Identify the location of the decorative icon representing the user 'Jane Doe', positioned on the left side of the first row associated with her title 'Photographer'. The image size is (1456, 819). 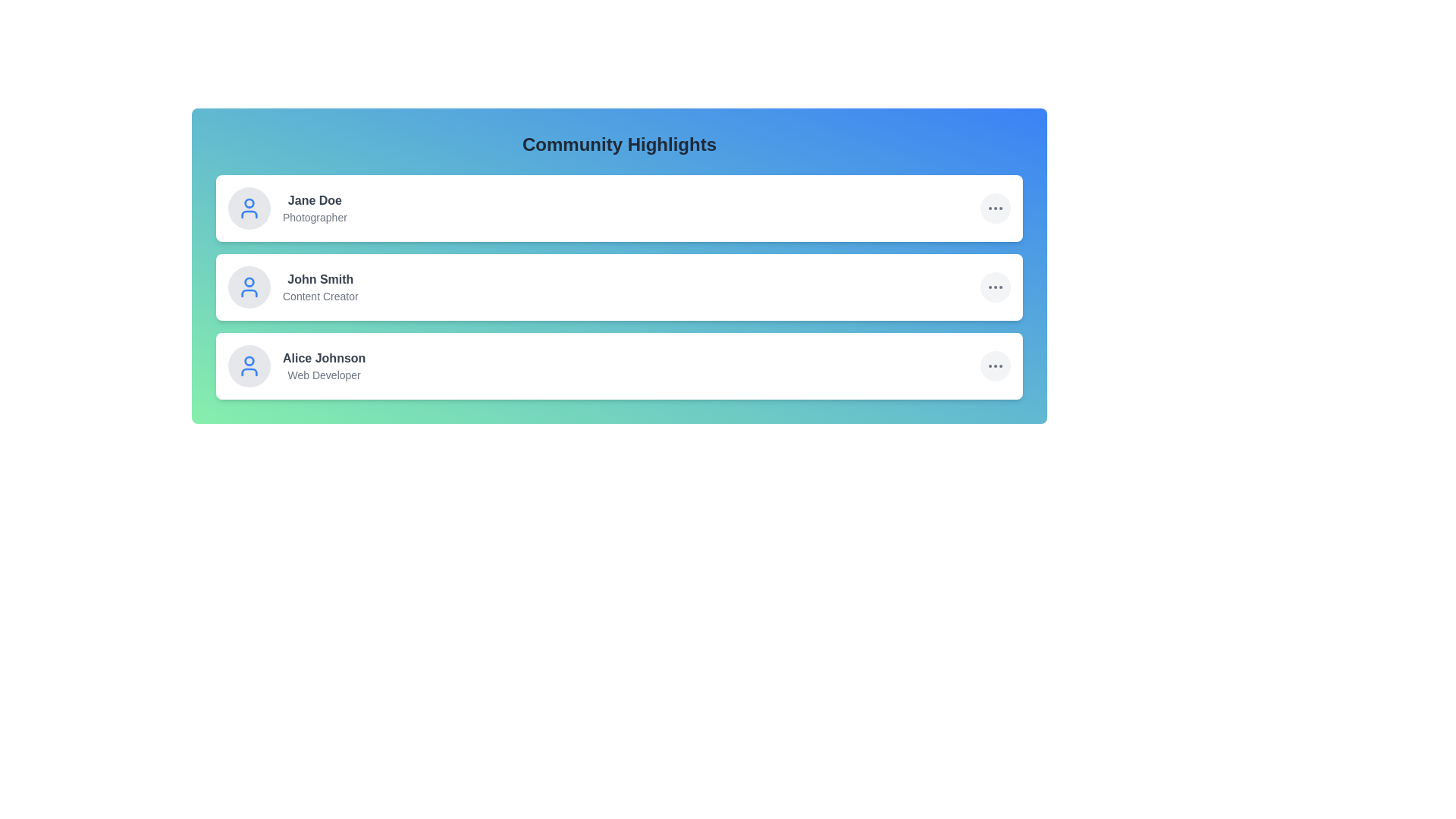
(249, 208).